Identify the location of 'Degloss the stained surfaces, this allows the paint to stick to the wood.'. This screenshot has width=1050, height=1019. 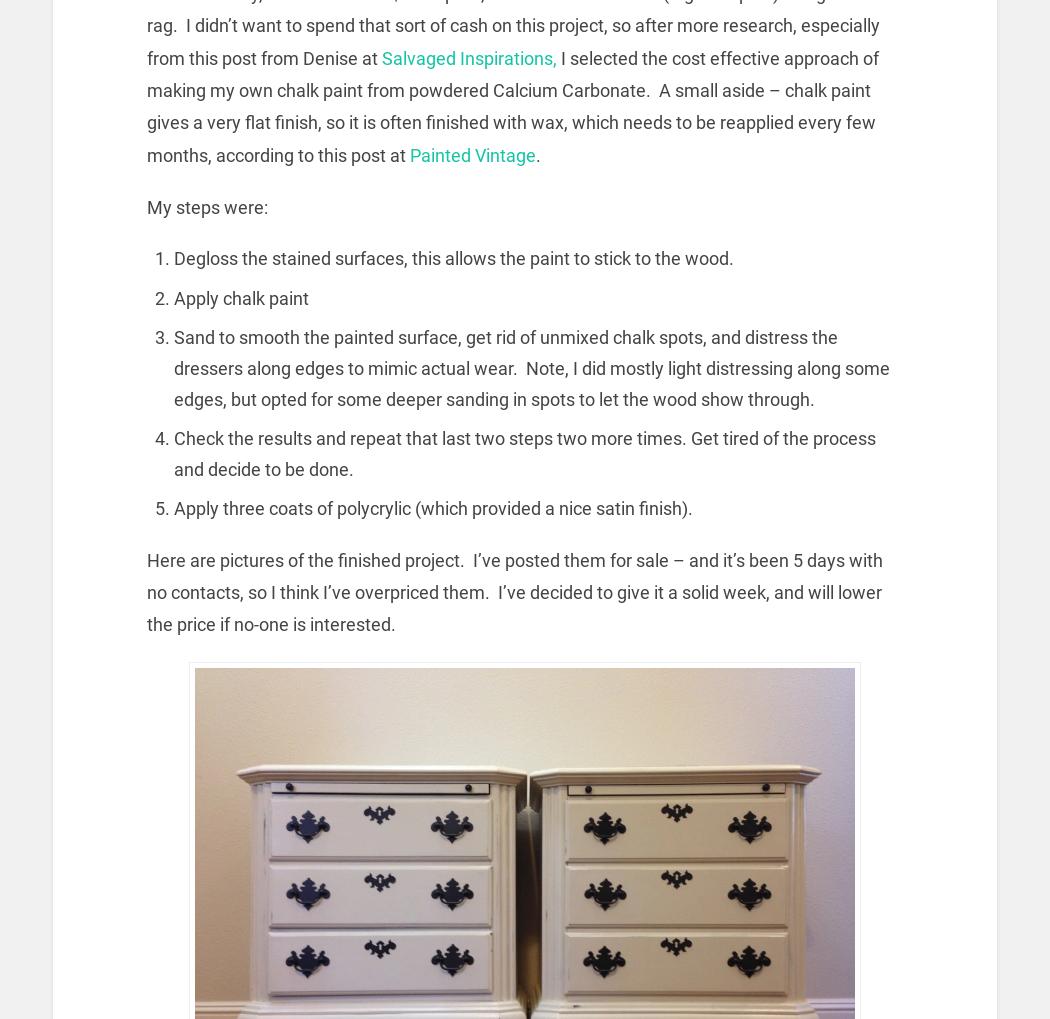
(173, 258).